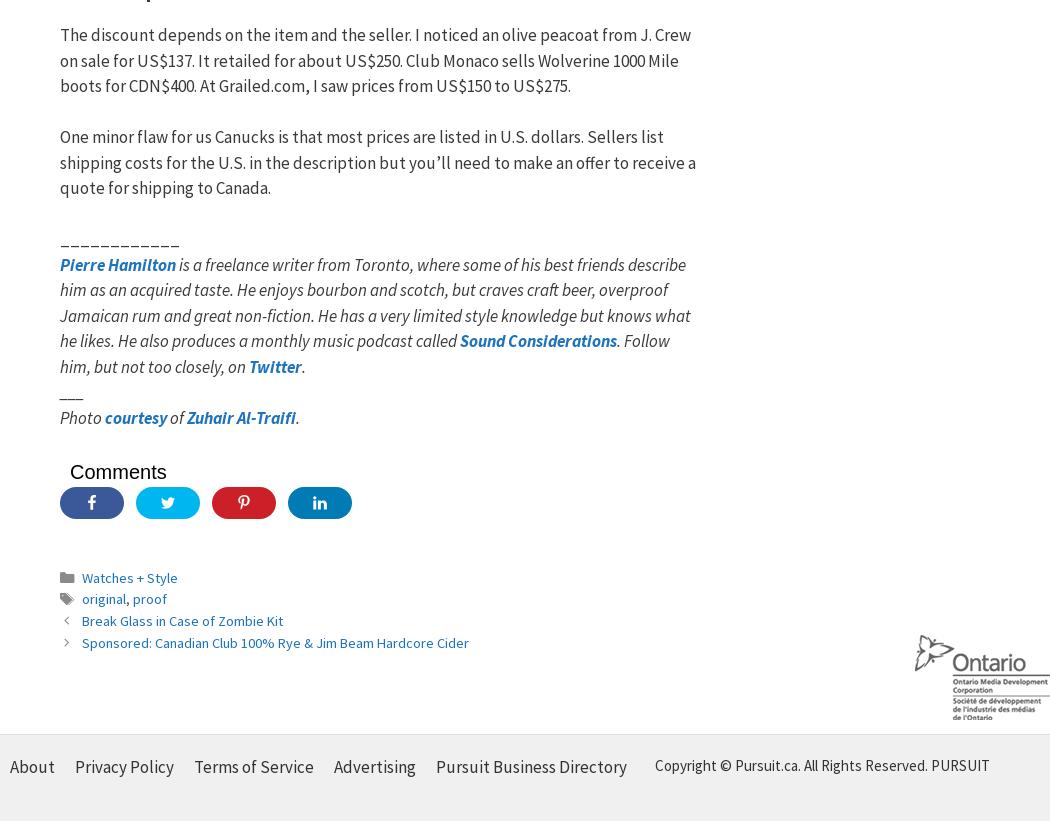 The height and width of the screenshot is (821, 1050). Describe the element at coordinates (959, 764) in the screenshot. I see `'PURSUIT'` at that location.